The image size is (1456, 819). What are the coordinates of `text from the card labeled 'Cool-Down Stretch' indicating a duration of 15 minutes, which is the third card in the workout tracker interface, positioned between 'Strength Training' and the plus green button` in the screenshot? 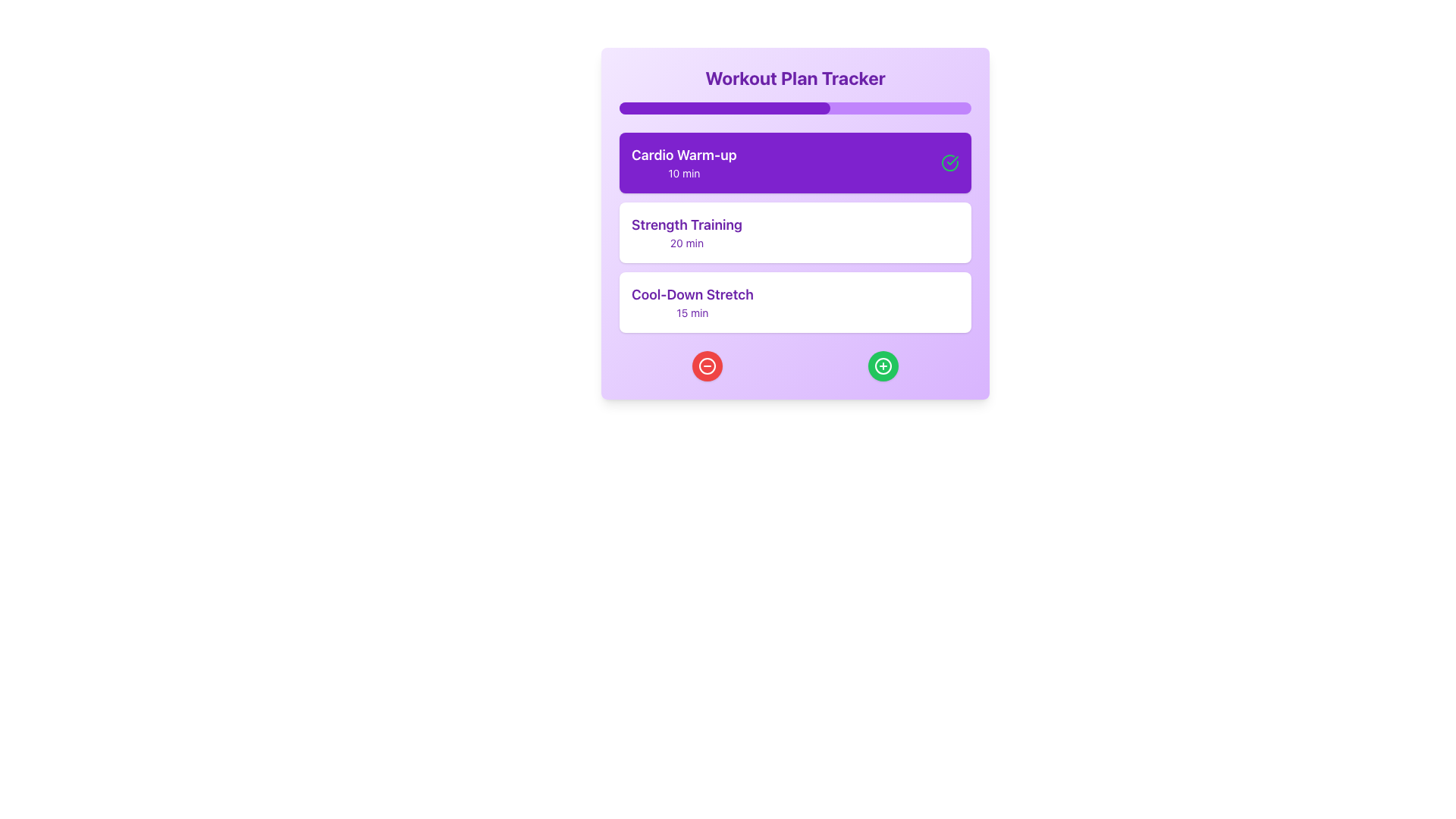 It's located at (692, 302).